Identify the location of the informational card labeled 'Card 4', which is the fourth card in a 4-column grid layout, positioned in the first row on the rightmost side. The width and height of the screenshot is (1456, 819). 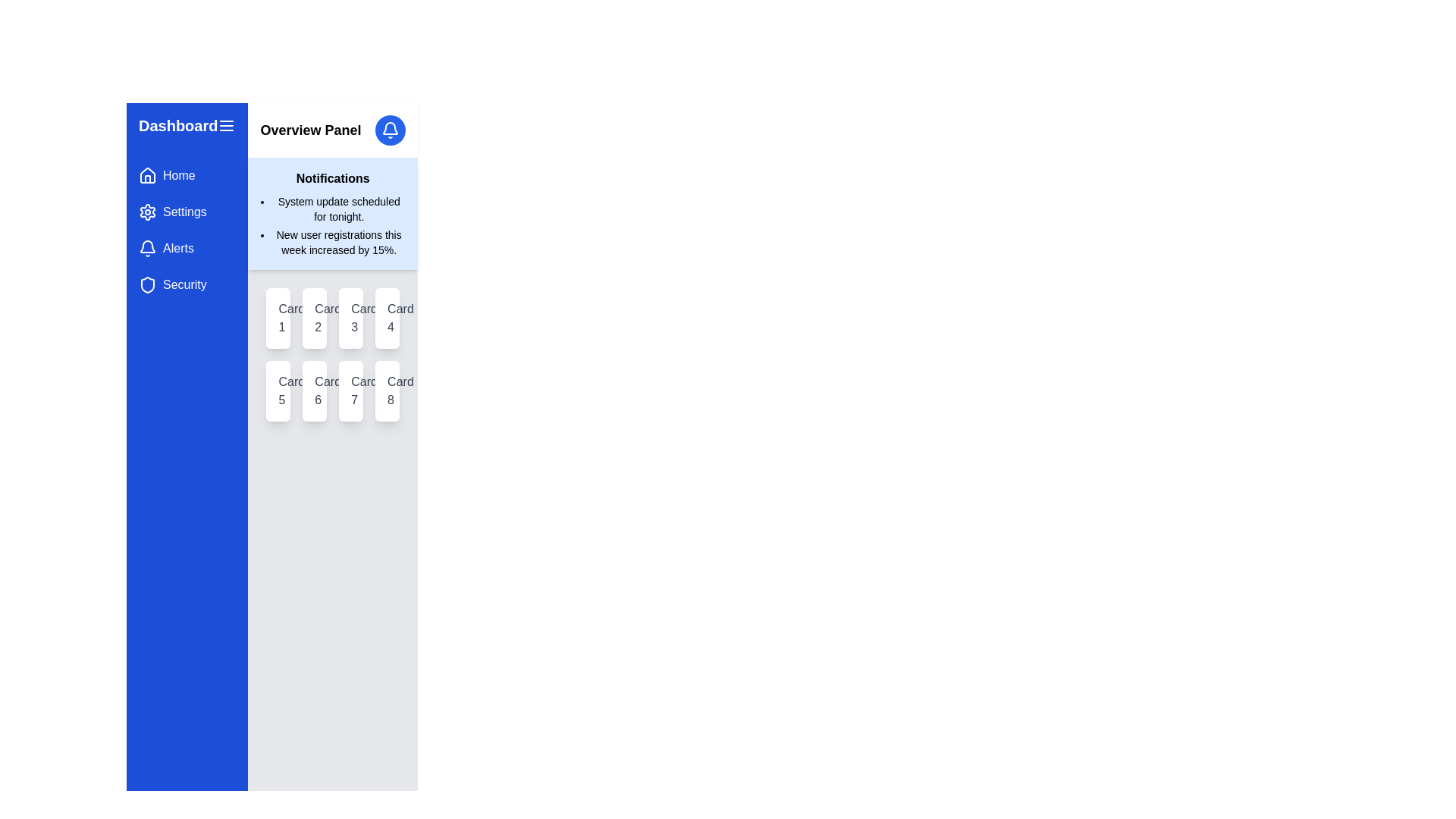
(388, 318).